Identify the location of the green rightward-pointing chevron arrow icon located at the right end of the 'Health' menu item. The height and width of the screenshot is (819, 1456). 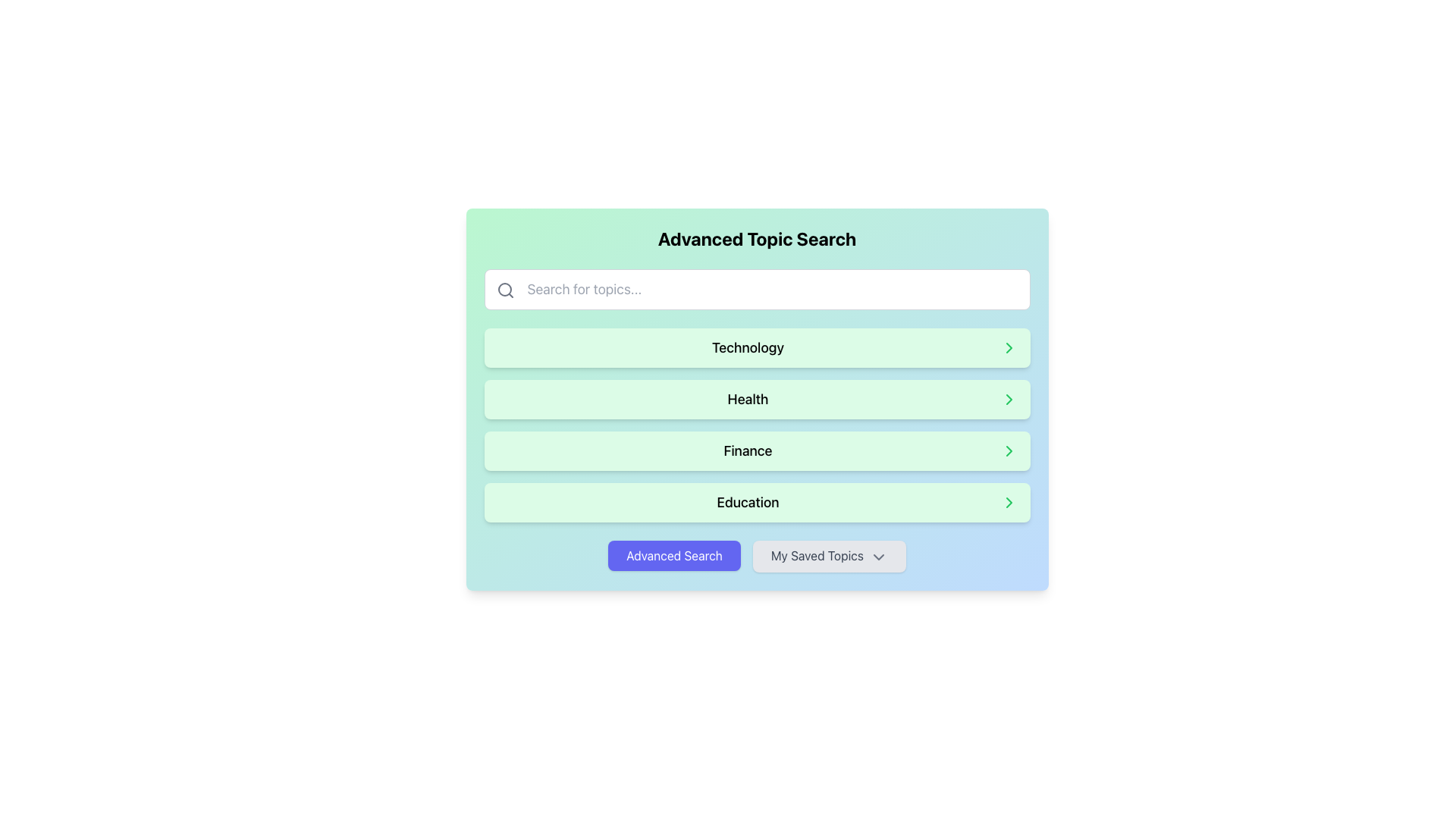
(1009, 399).